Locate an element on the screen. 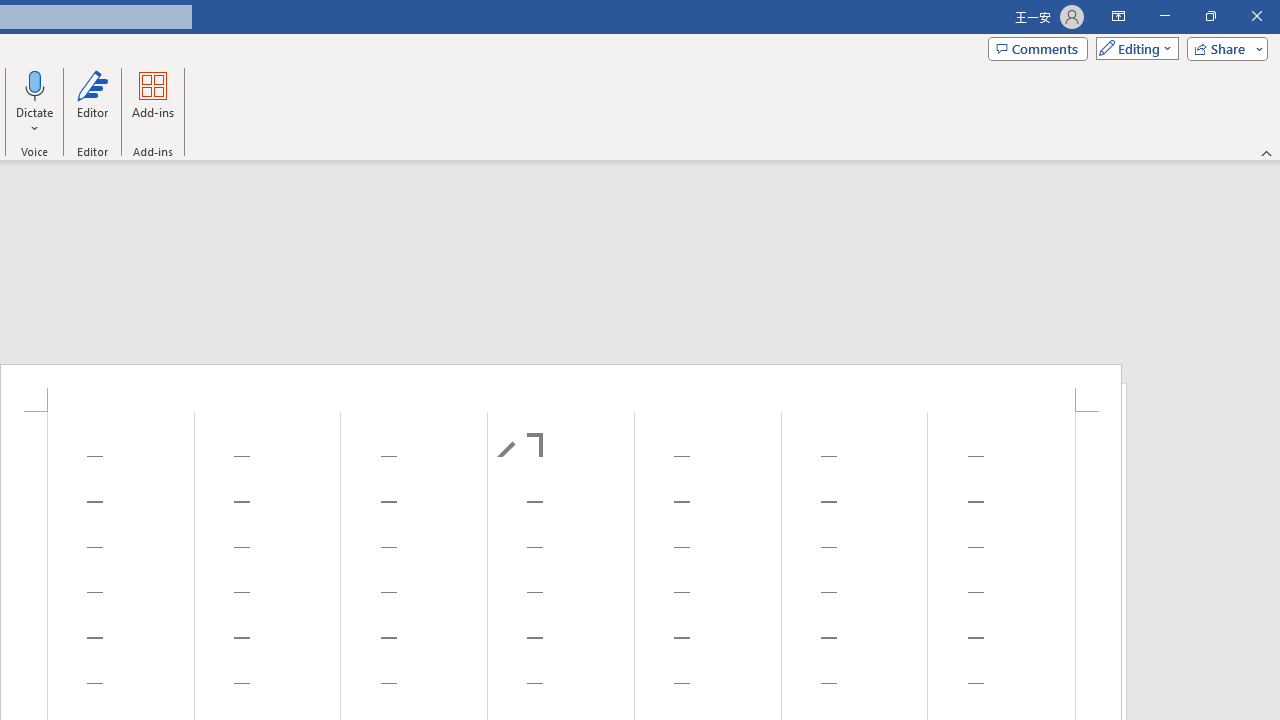 This screenshot has width=1280, height=720. 'Dictate' is located at coordinates (35, 84).